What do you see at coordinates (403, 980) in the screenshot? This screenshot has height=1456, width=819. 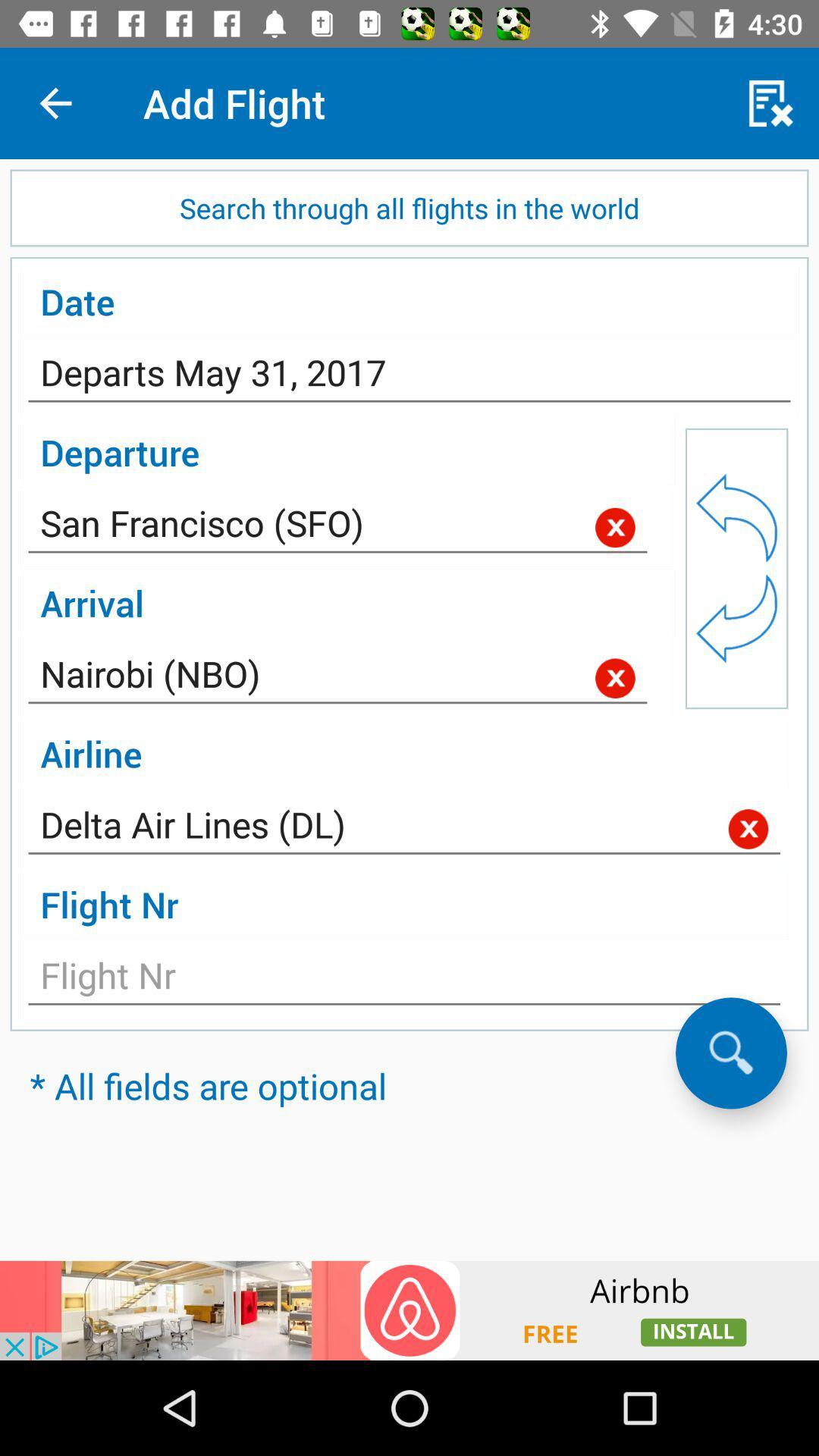 I see `flight tracker` at bounding box center [403, 980].